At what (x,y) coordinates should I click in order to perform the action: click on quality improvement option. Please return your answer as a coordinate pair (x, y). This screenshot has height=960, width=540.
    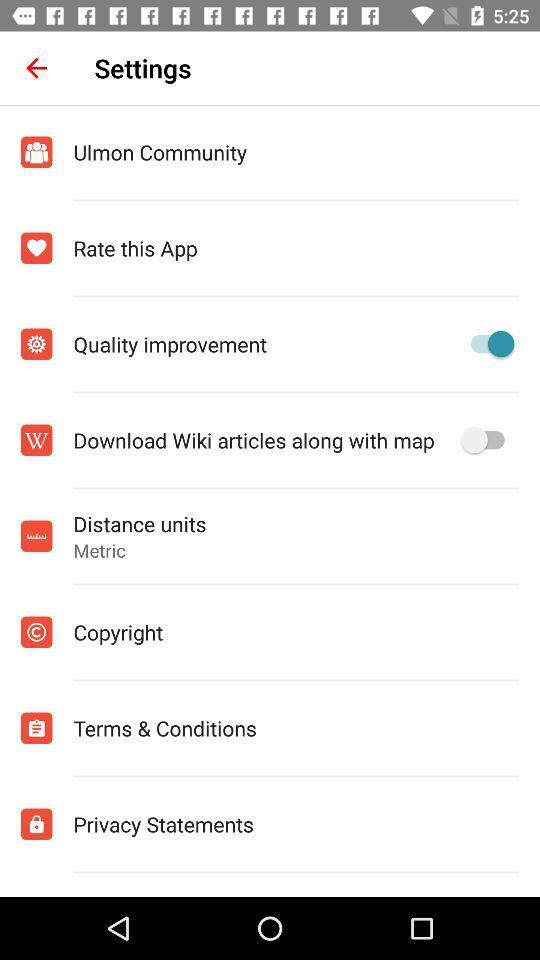
    Looking at the image, I should click on (486, 344).